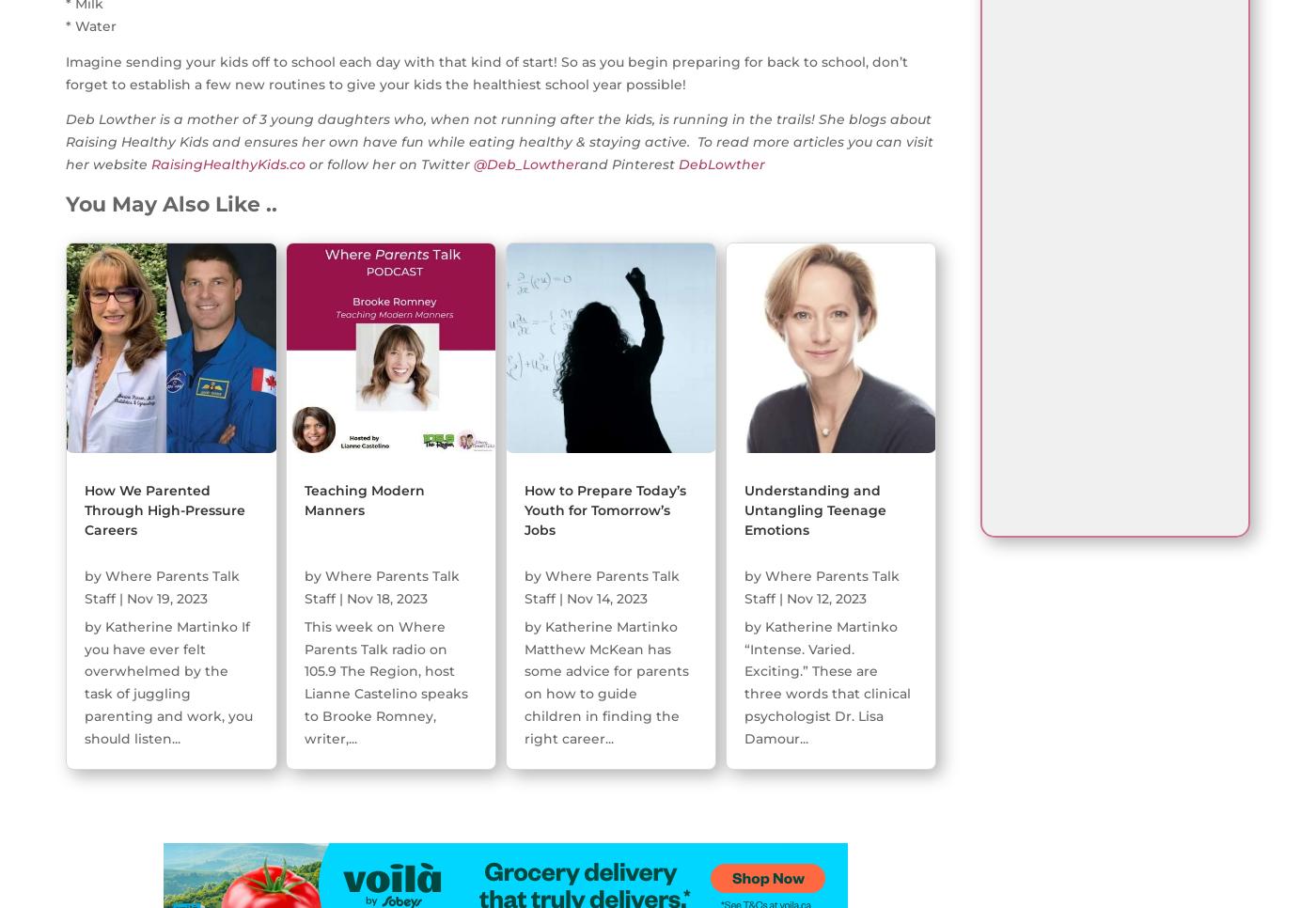 This screenshot has height=908, width=1316. What do you see at coordinates (305, 164) in the screenshot?
I see `'or follow her on Twitter'` at bounding box center [305, 164].